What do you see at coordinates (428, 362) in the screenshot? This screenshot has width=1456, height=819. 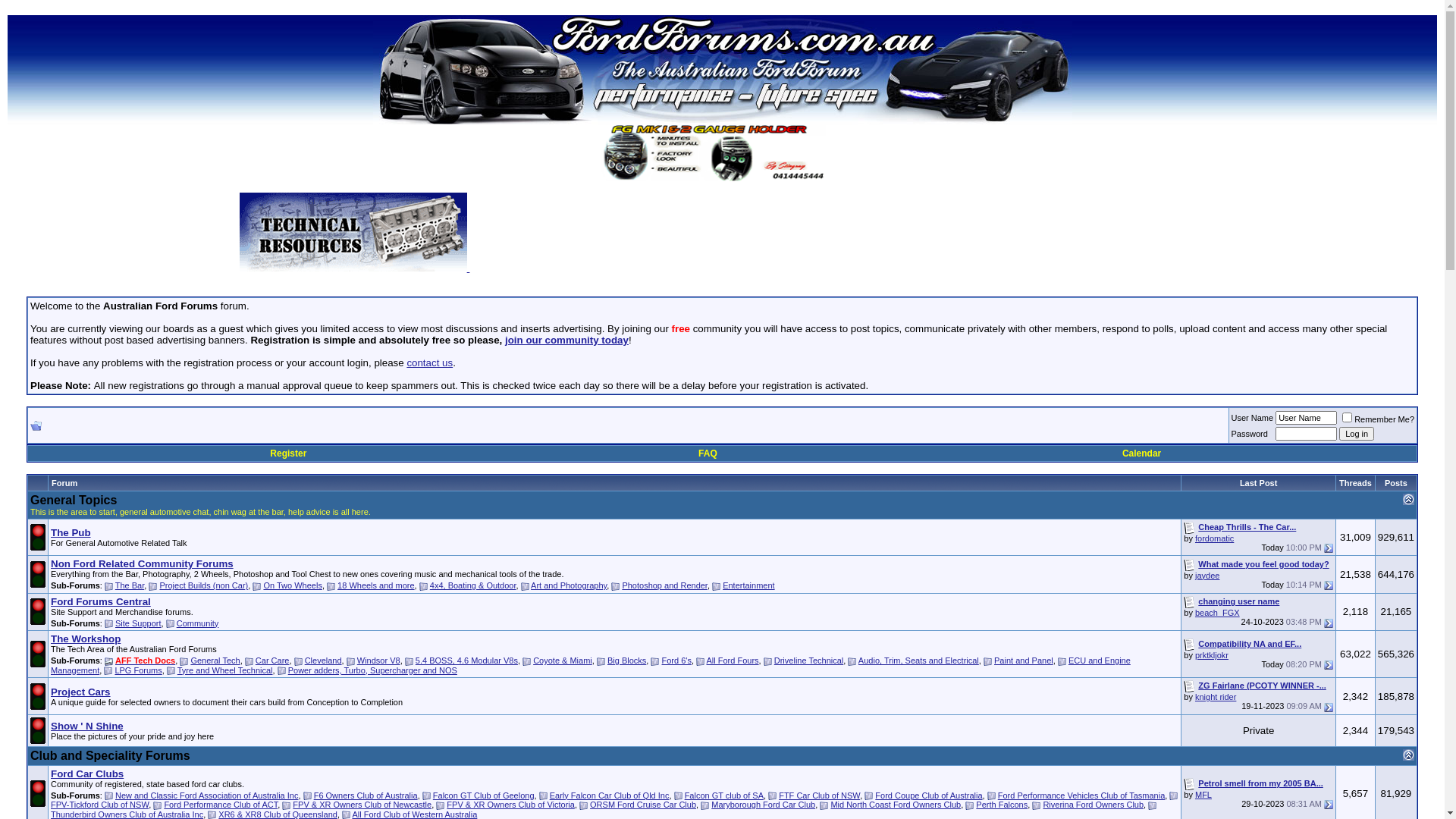 I see `'contact us'` at bounding box center [428, 362].